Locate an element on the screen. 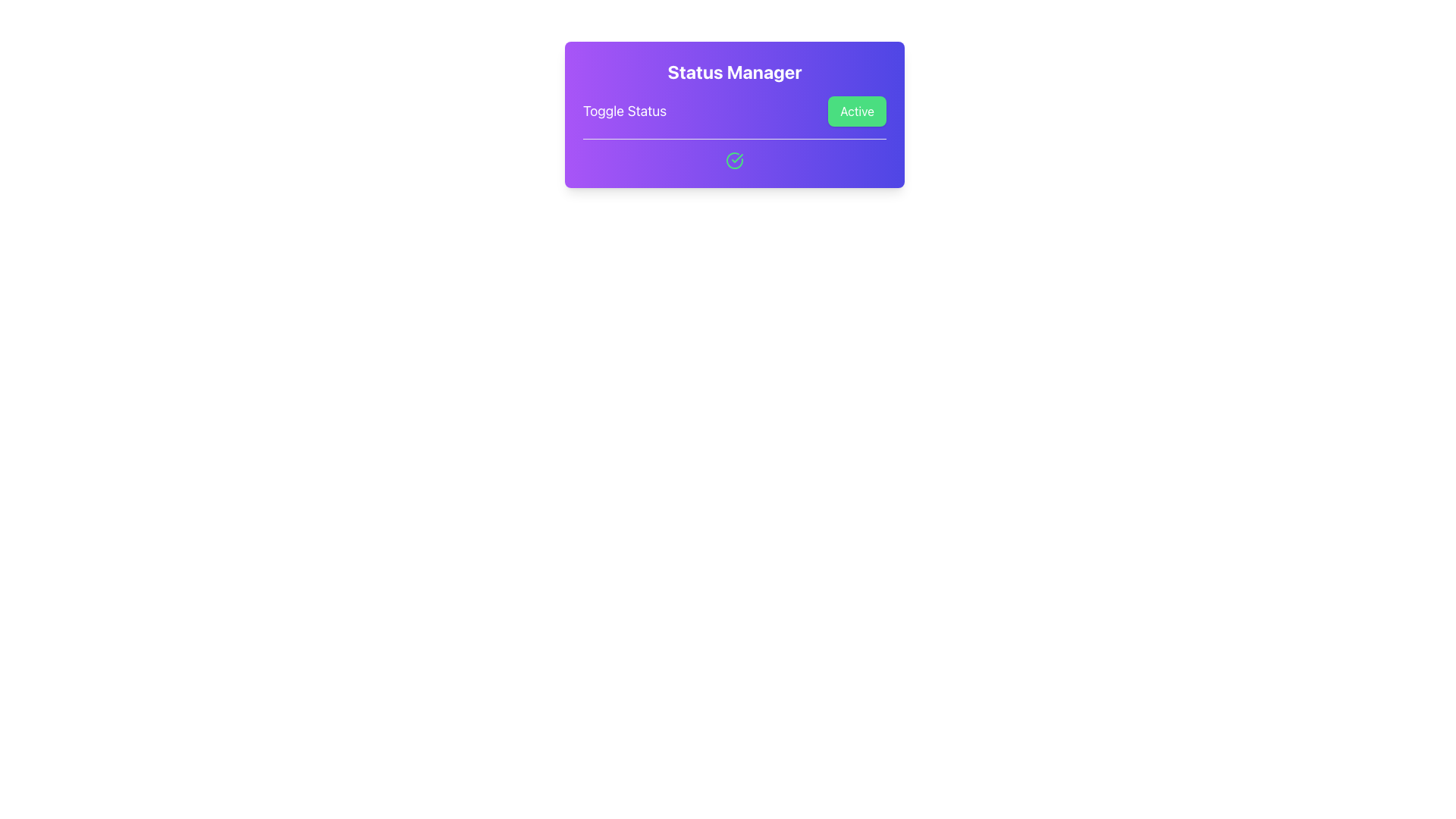 Image resolution: width=1456 pixels, height=819 pixels. the 'Active' button located in the top-right corner of the 'Status Manager' card is located at coordinates (857, 110).